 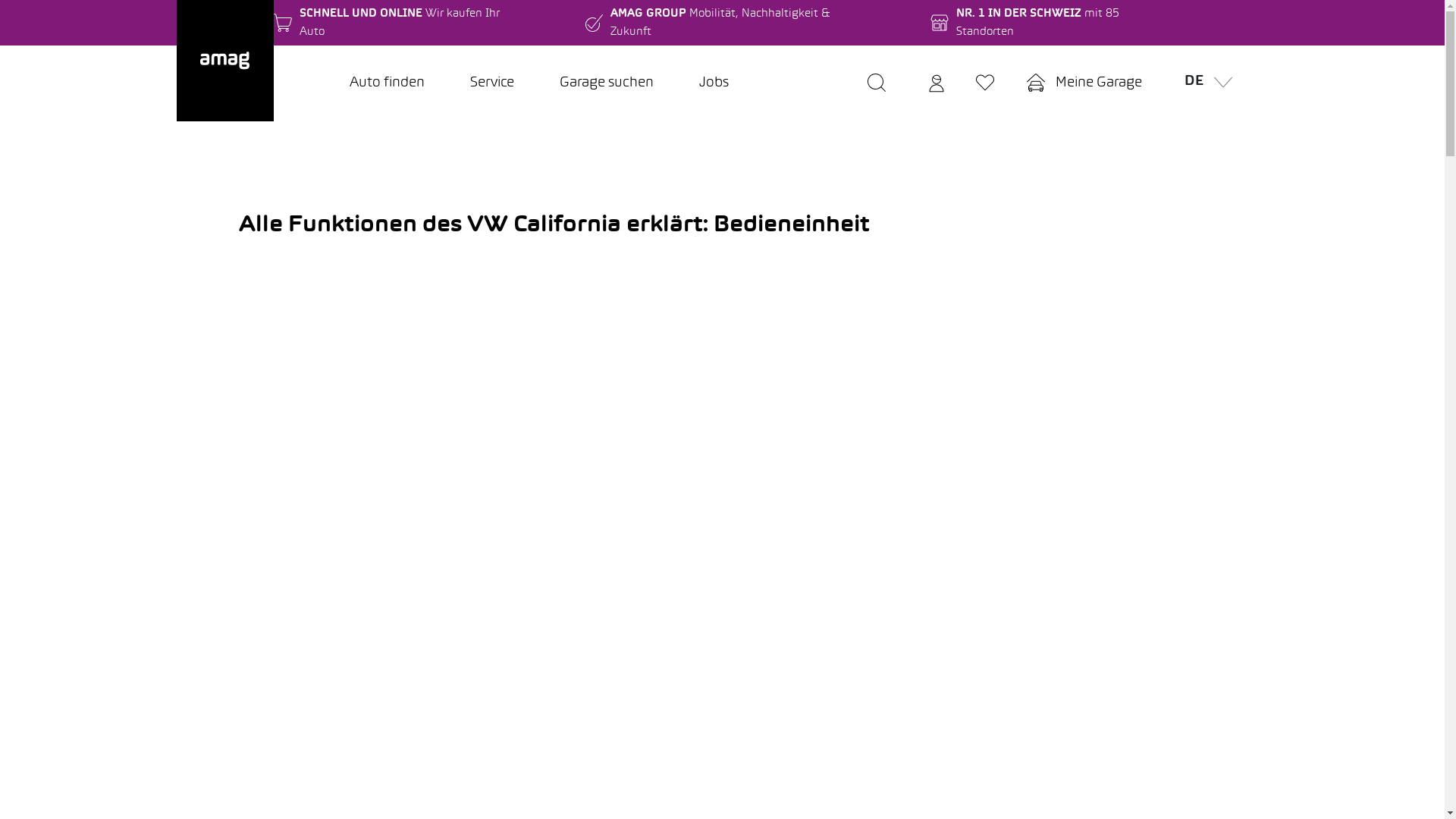 I want to click on 'NR. 1 IN DER SCHWEIZ mit 85 Standorten', so click(x=930, y=23).